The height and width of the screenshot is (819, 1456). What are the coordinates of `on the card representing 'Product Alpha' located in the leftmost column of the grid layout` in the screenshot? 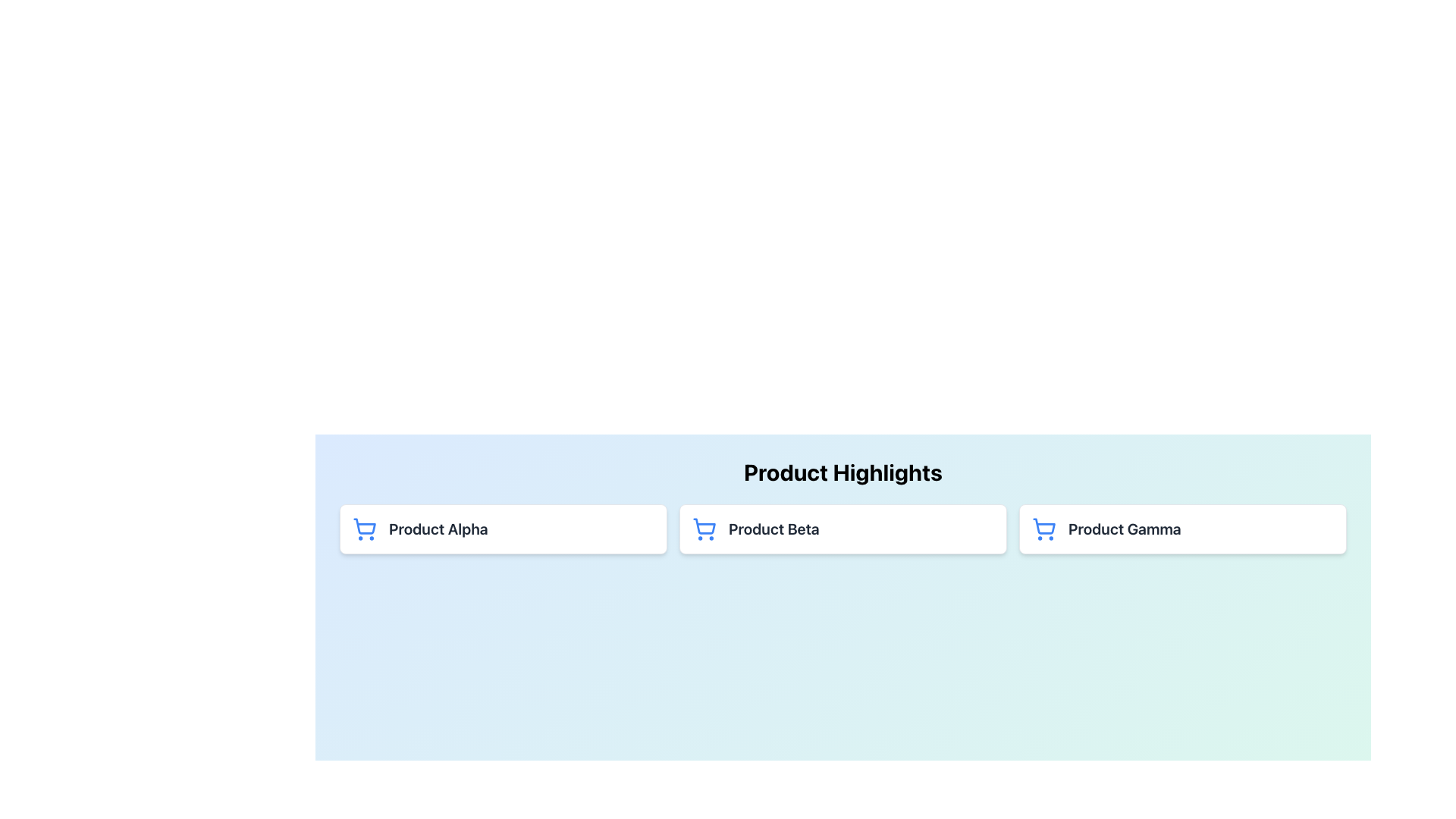 It's located at (503, 529).